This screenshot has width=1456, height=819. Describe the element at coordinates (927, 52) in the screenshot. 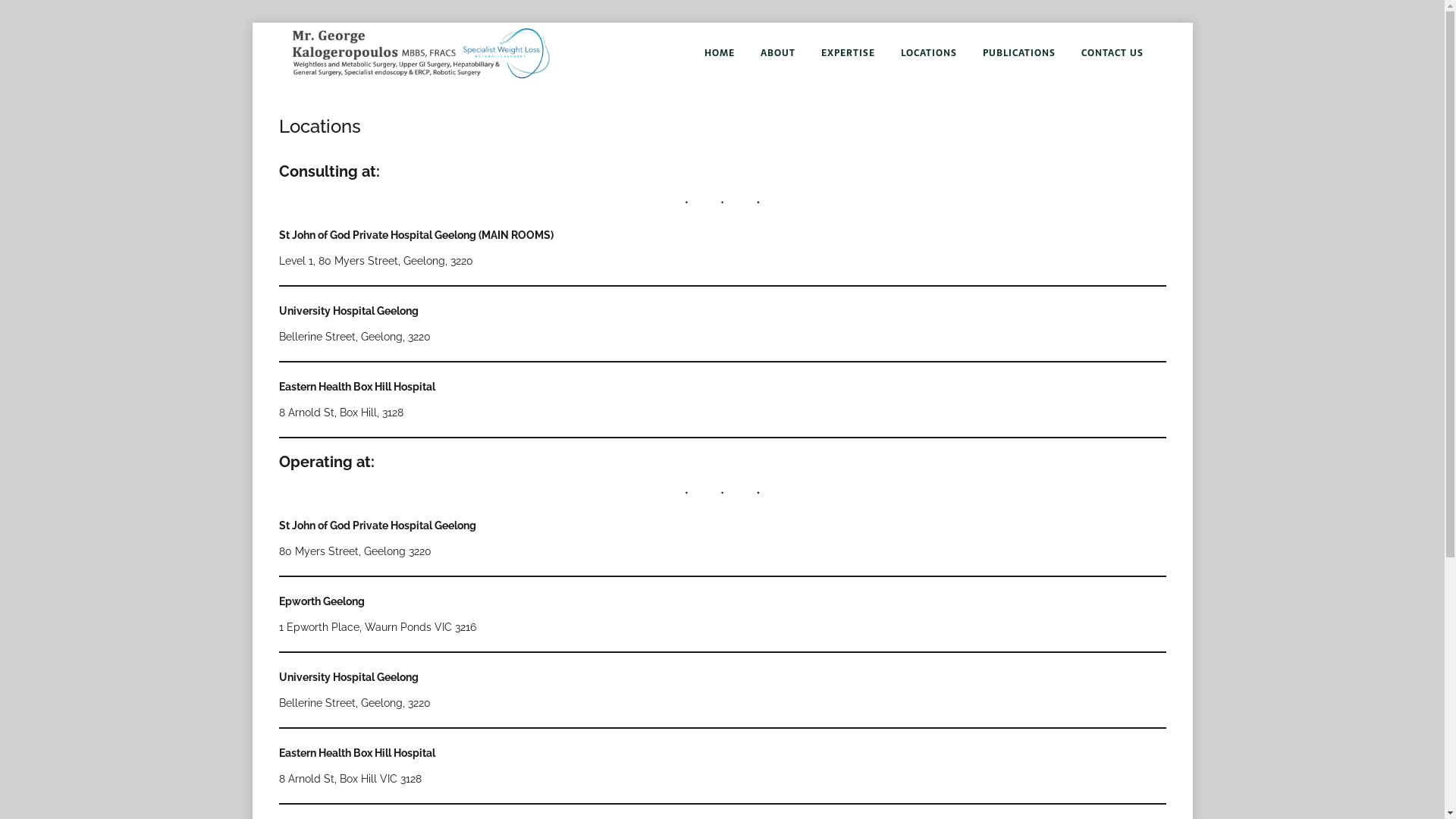

I see `'LOCATIONS'` at that location.